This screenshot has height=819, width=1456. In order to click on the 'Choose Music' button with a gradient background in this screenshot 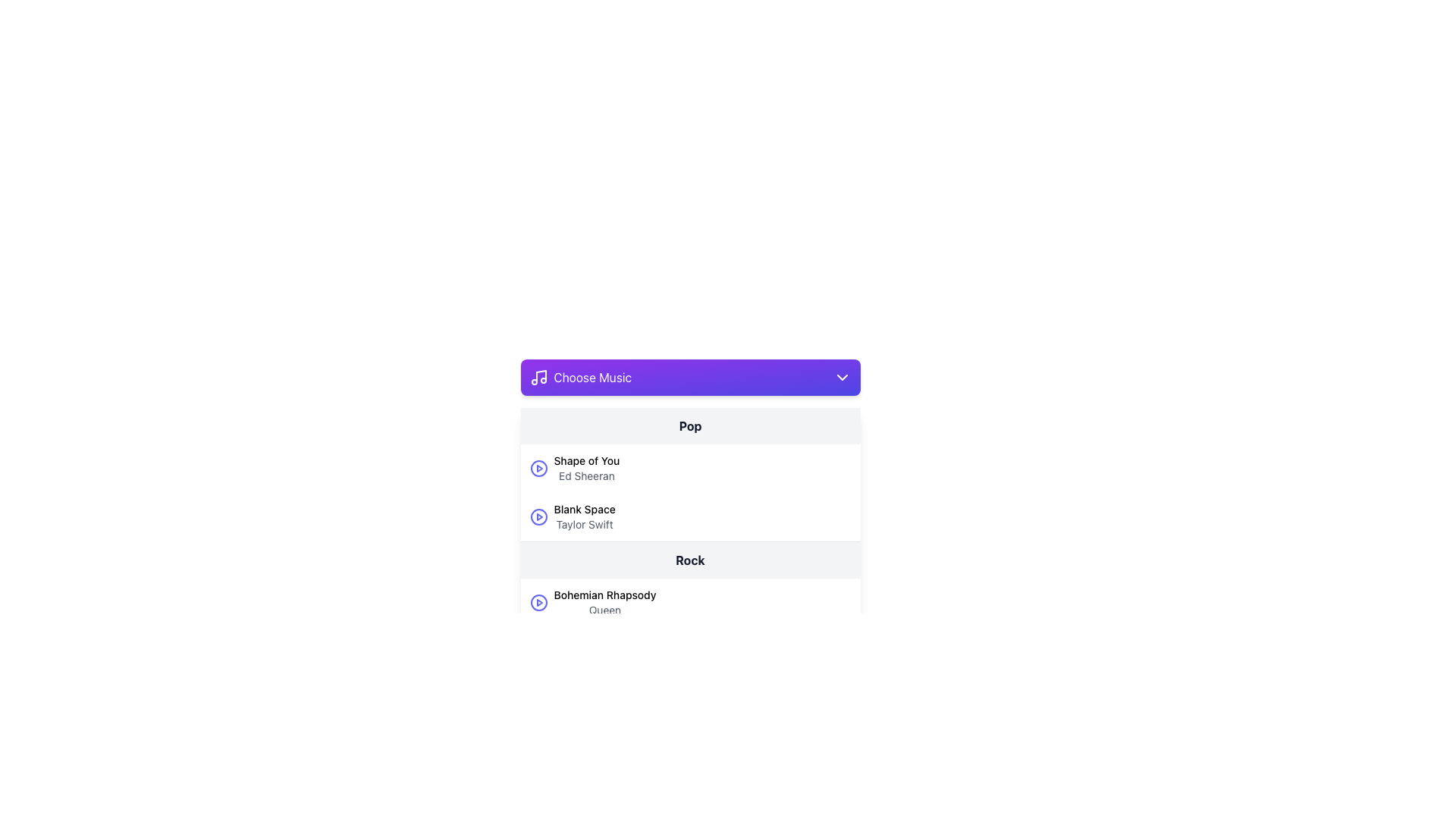, I will do `click(689, 376)`.